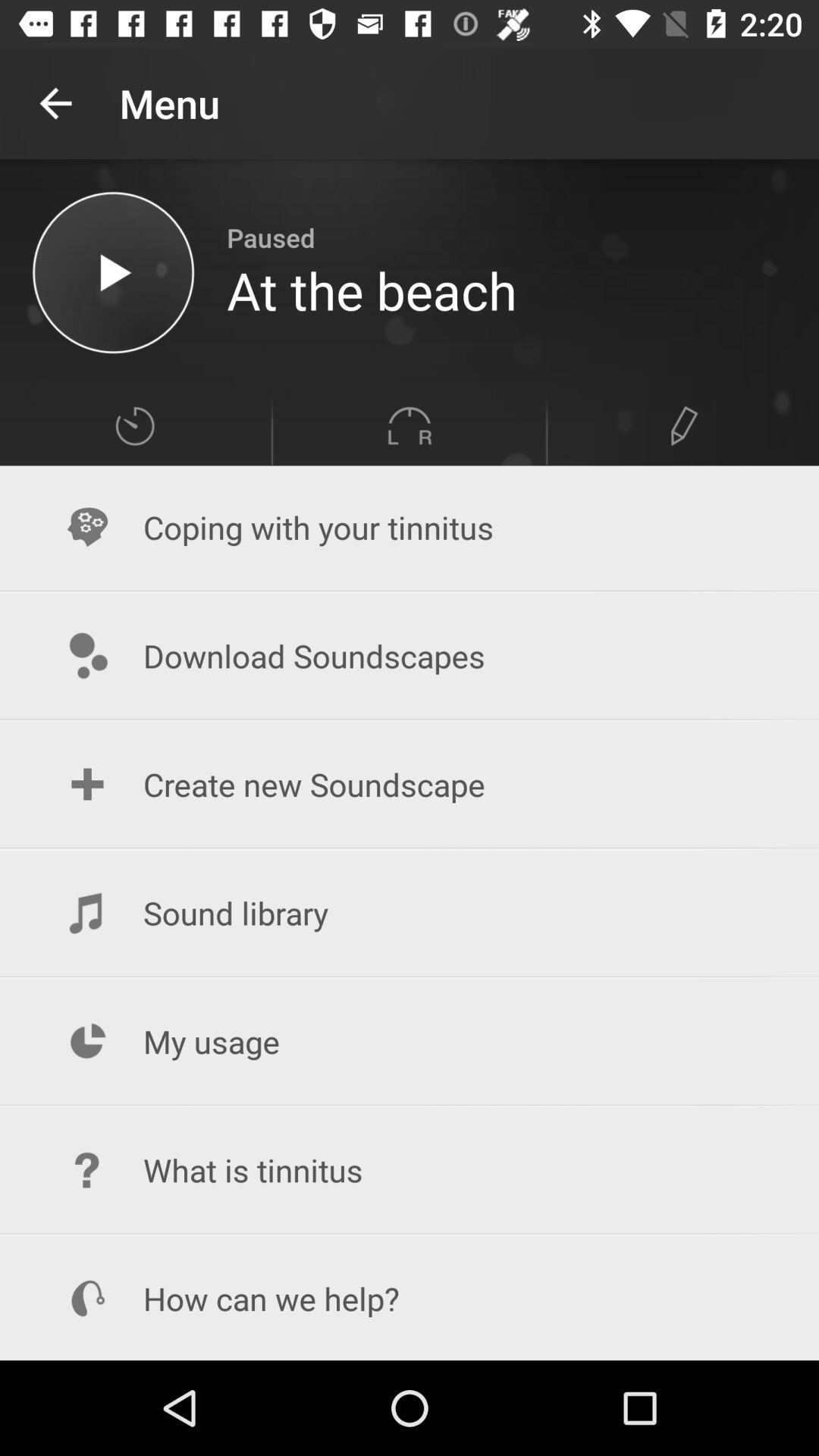 The height and width of the screenshot is (1456, 819). Describe the element at coordinates (112, 272) in the screenshot. I see `the selected music` at that location.